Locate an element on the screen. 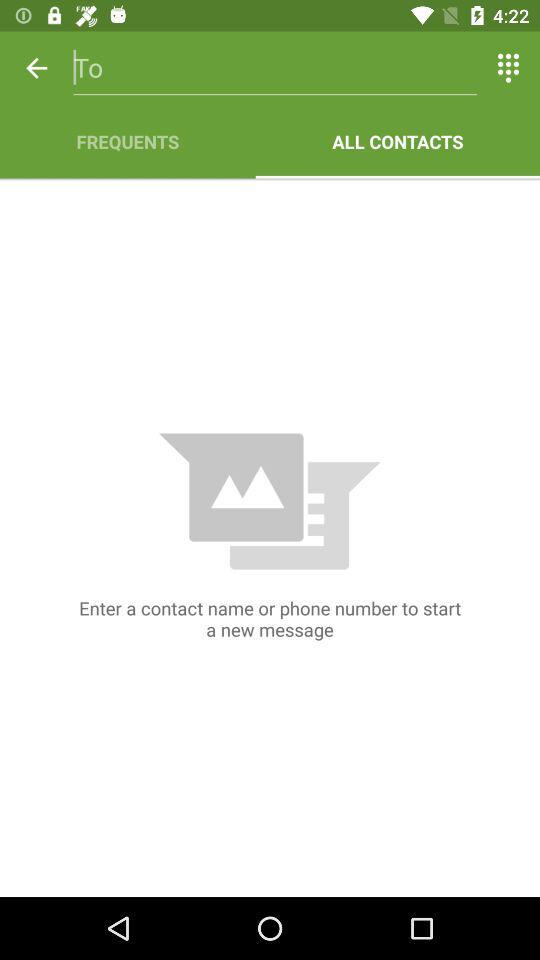  the item next to the frequents item is located at coordinates (397, 140).